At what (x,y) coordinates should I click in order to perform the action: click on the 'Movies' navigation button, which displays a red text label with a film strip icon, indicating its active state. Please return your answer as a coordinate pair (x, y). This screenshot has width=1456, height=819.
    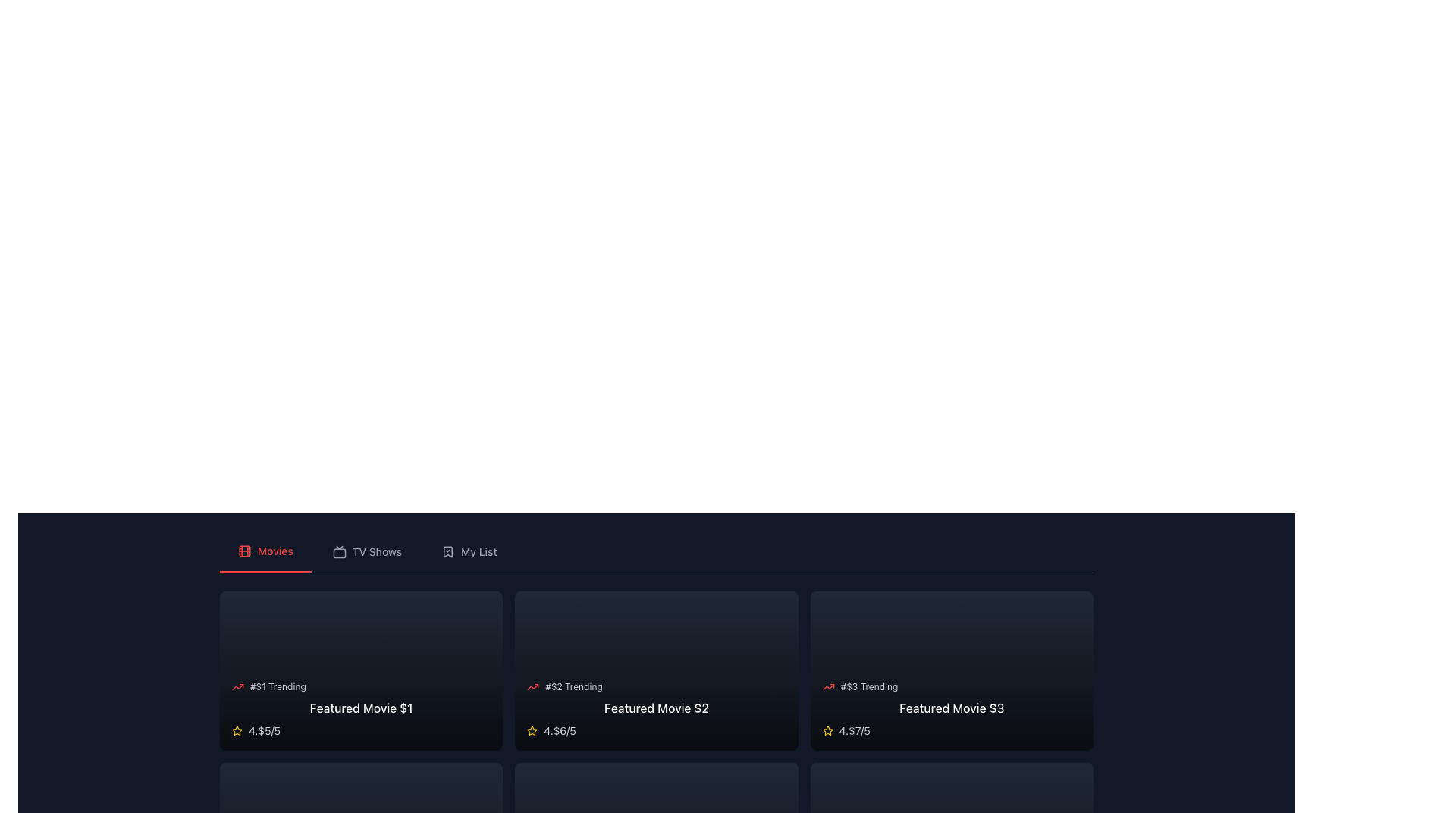
    Looking at the image, I should click on (265, 552).